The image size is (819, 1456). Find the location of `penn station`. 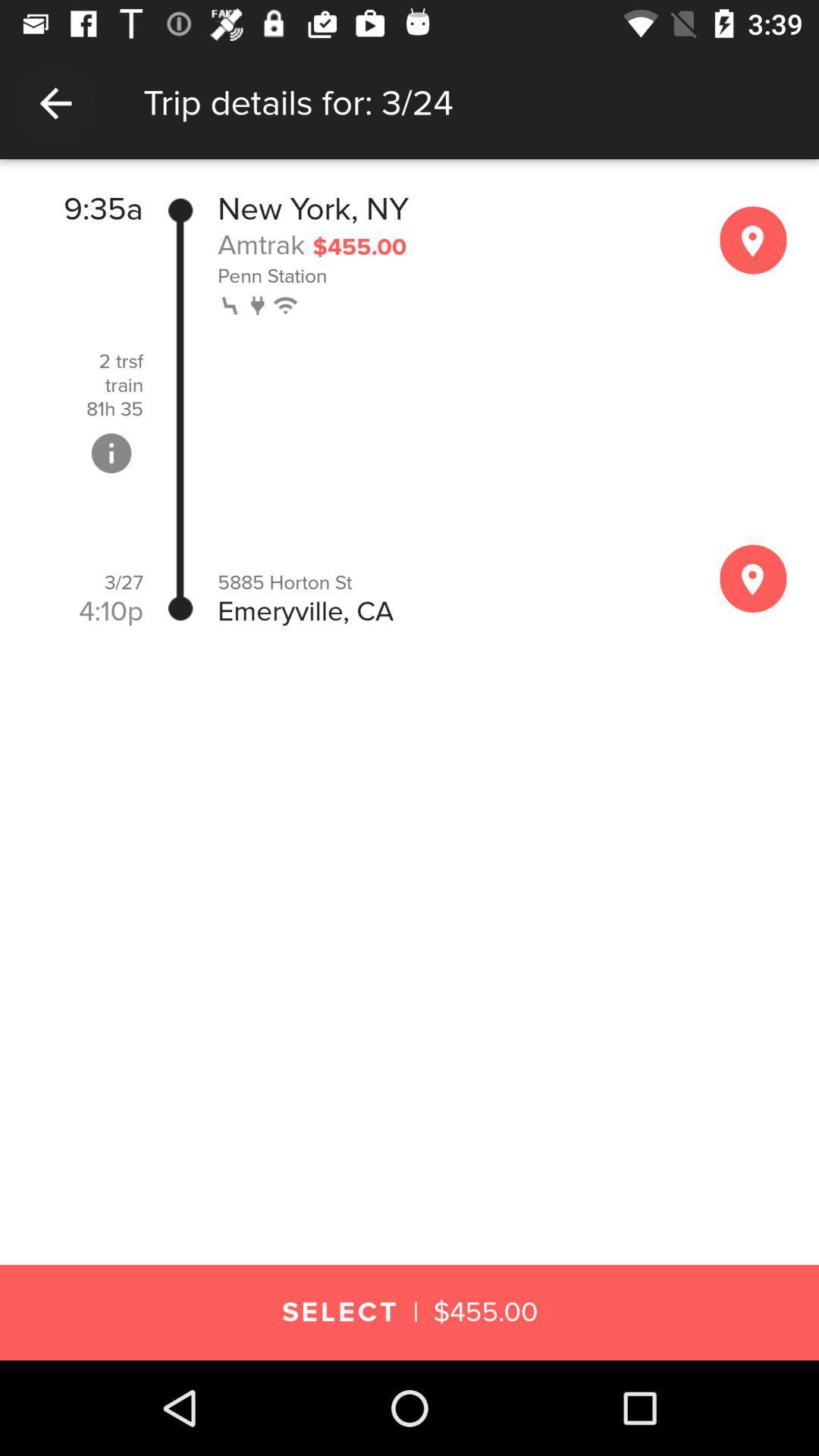

penn station is located at coordinates (452, 274).